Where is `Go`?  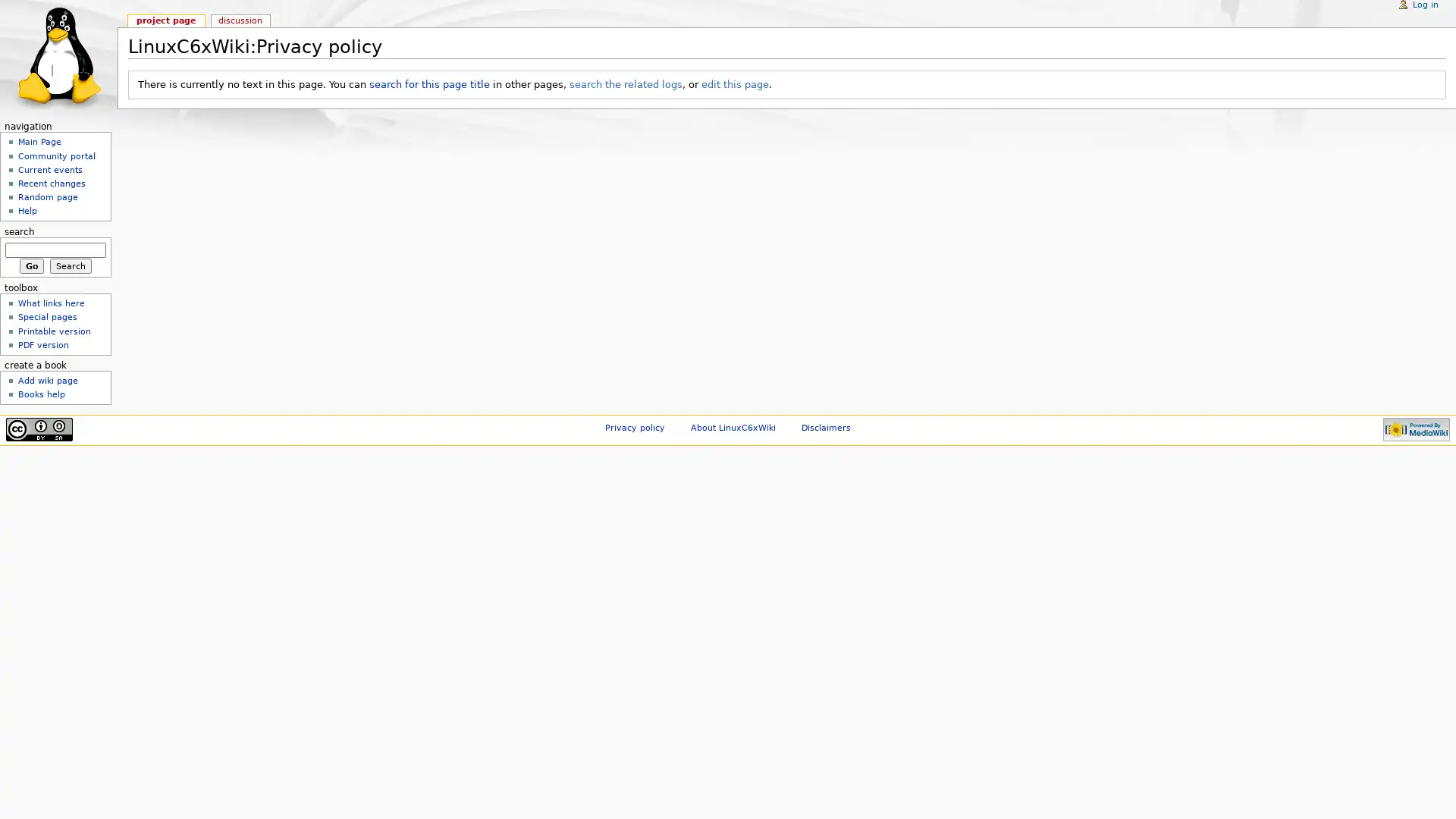 Go is located at coordinates (31, 265).